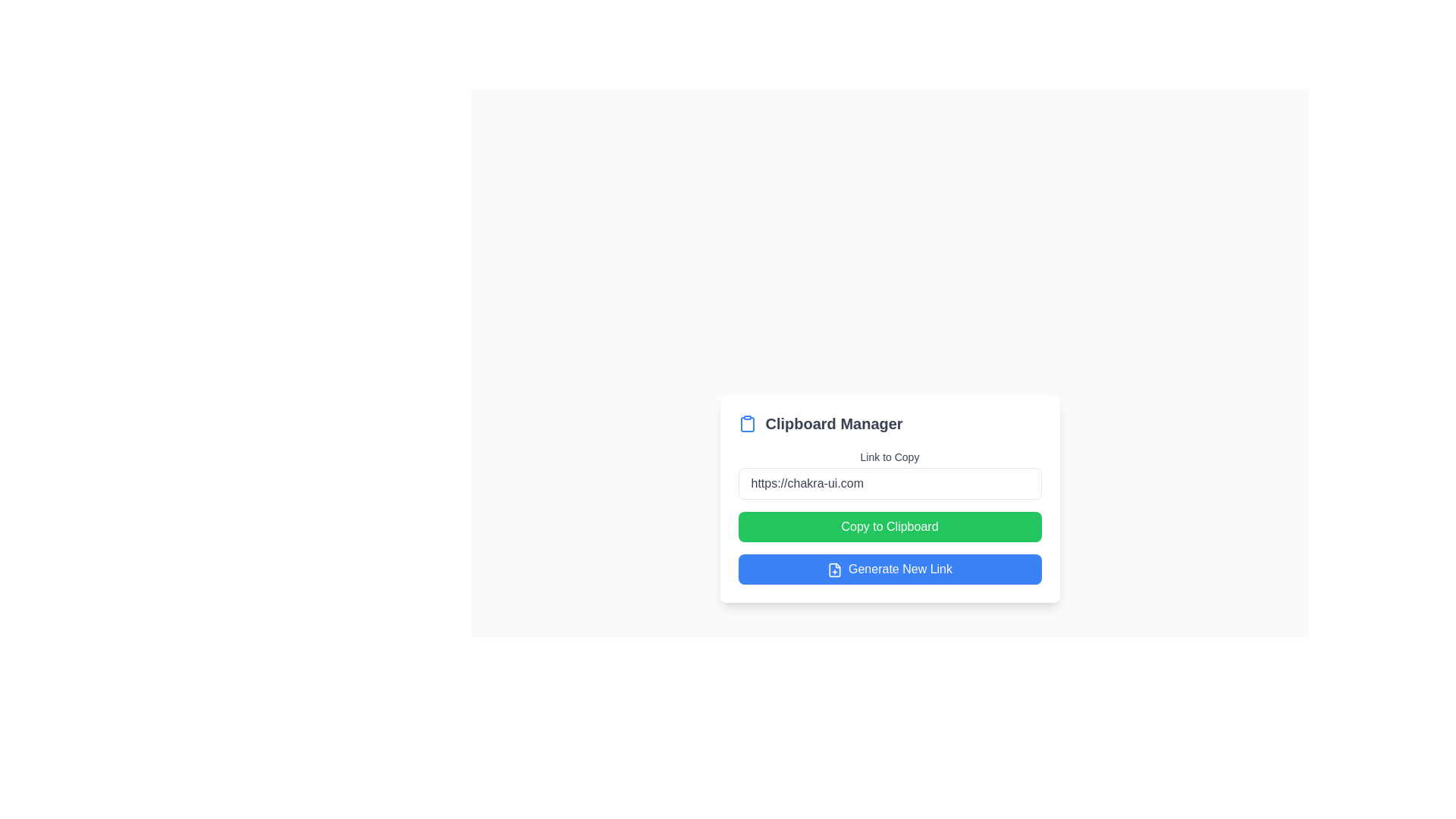 This screenshot has height=819, width=1456. Describe the element at coordinates (890, 456) in the screenshot. I see `the static text label that describes the input field for the link to copy, which is positioned above the input box containing 'https://chakra-ui.com'` at that location.